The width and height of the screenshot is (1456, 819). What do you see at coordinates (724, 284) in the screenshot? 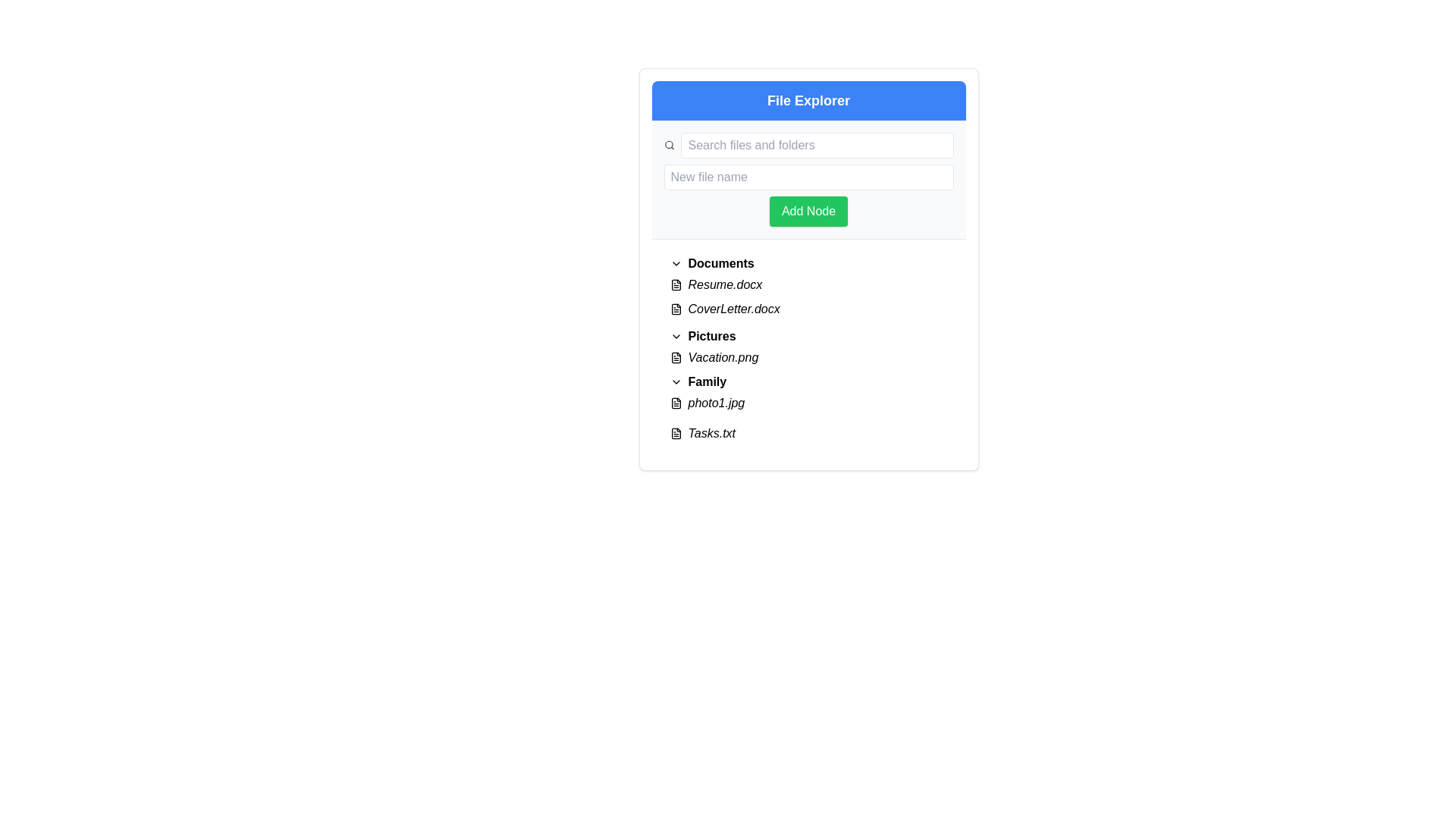
I see `the text label associated with the file entry named 'Resume.docx', which is the second item in the 'Documents' section of the file explorer interface` at bounding box center [724, 284].